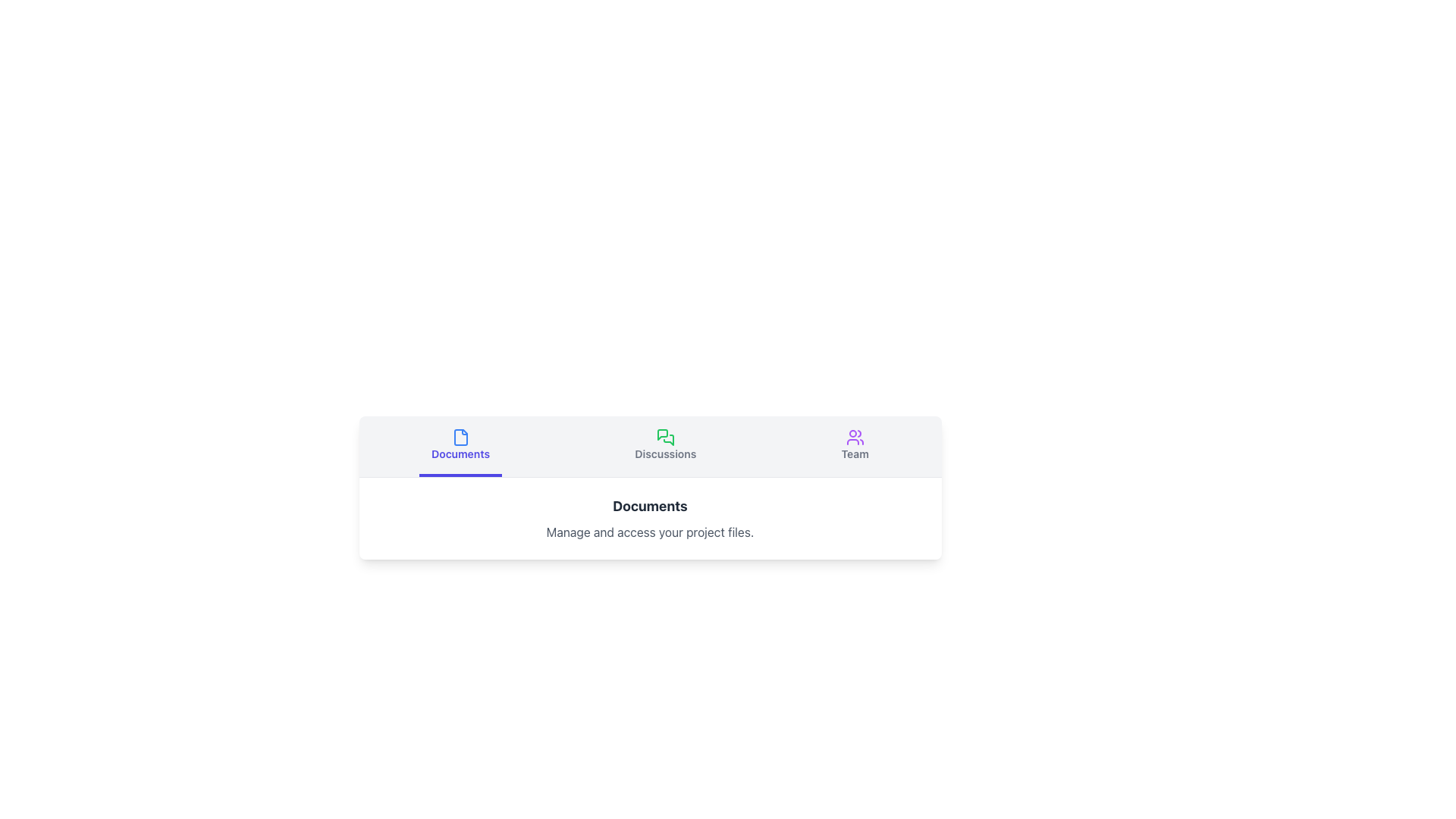  Describe the element at coordinates (650, 446) in the screenshot. I see `the navigation bar to switch to the corresponding section (Documents, Discussions, Team) within the application` at that location.